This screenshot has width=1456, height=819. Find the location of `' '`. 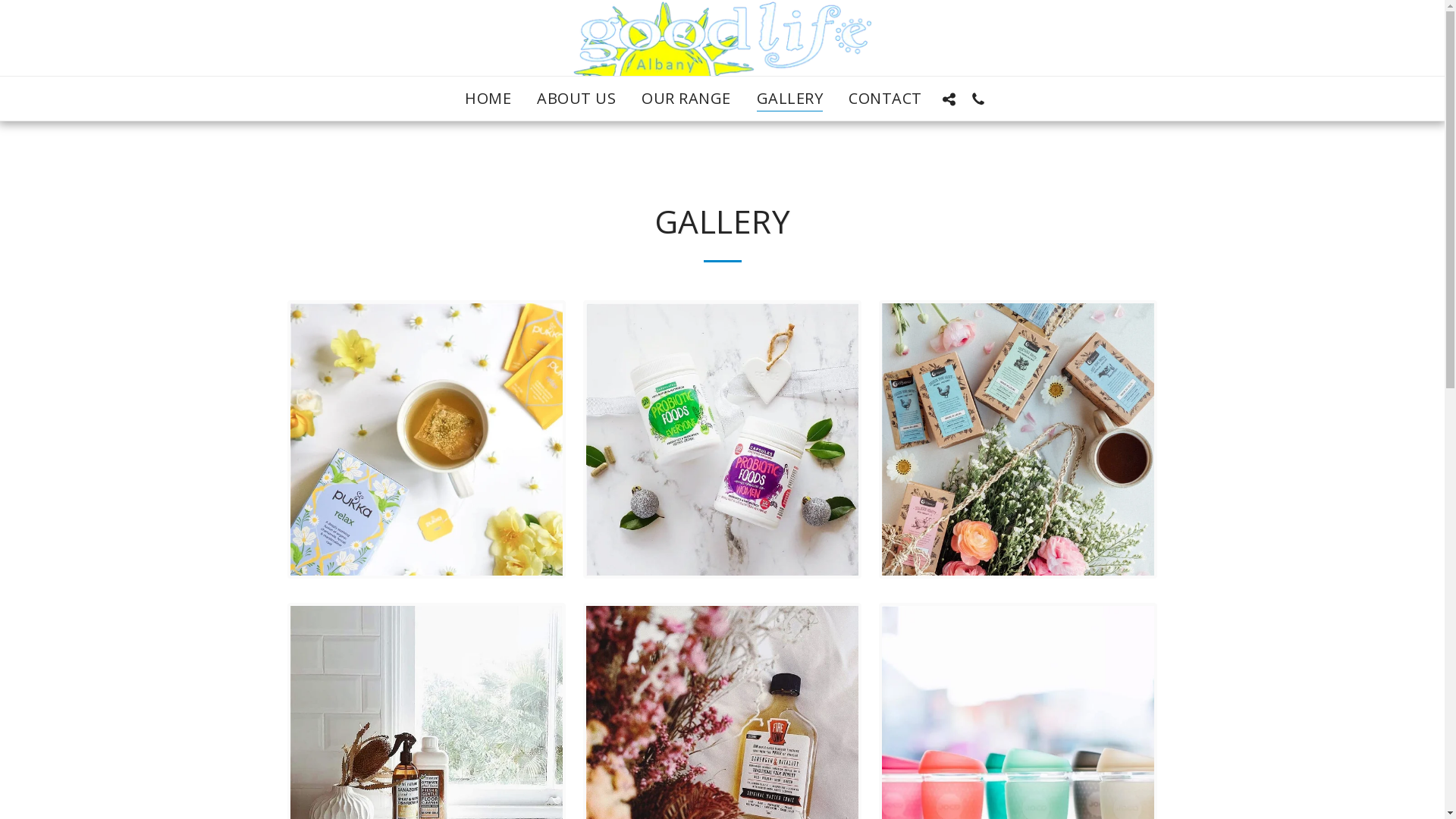

' ' is located at coordinates (978, 99).